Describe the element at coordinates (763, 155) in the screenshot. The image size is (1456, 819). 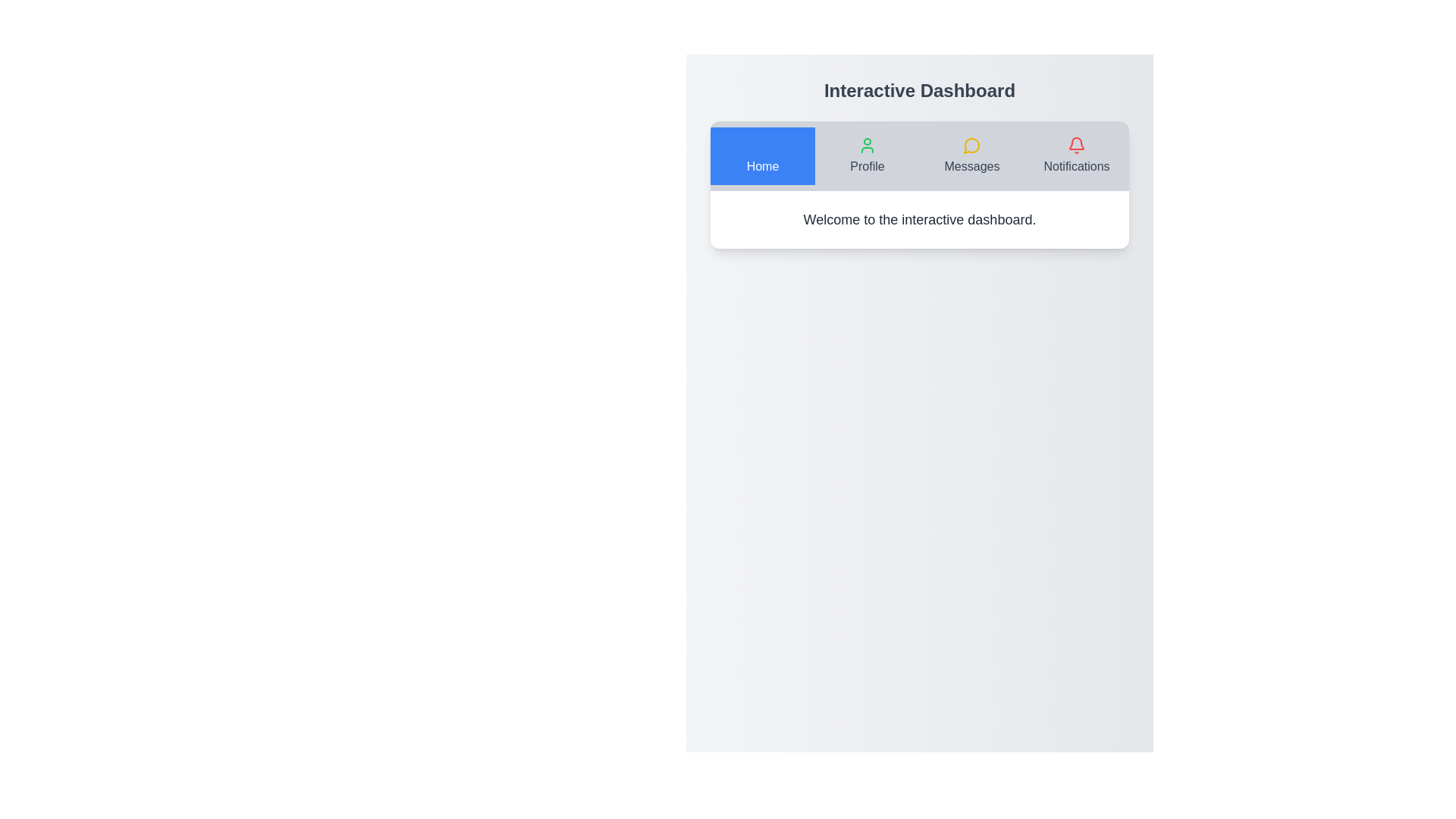
I see `the leftmost button in the top navigation bar` at that location.